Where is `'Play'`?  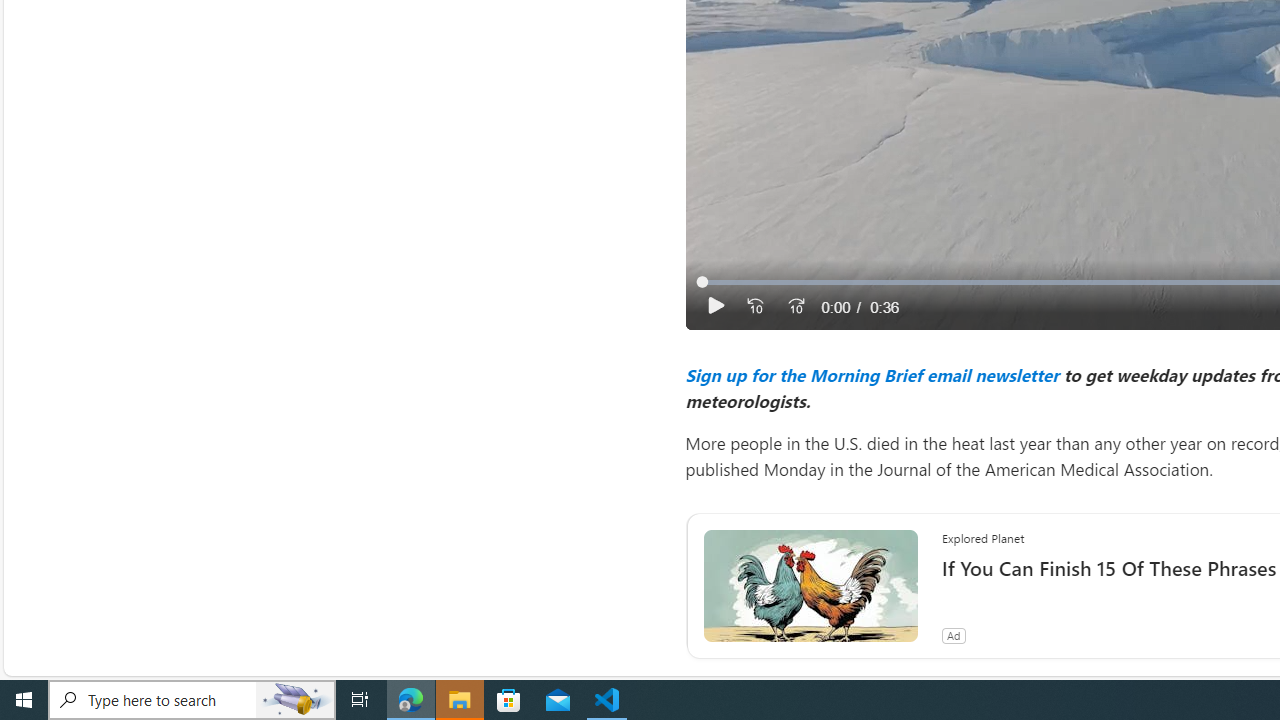 'Play' is located at coordinates (715, 306).